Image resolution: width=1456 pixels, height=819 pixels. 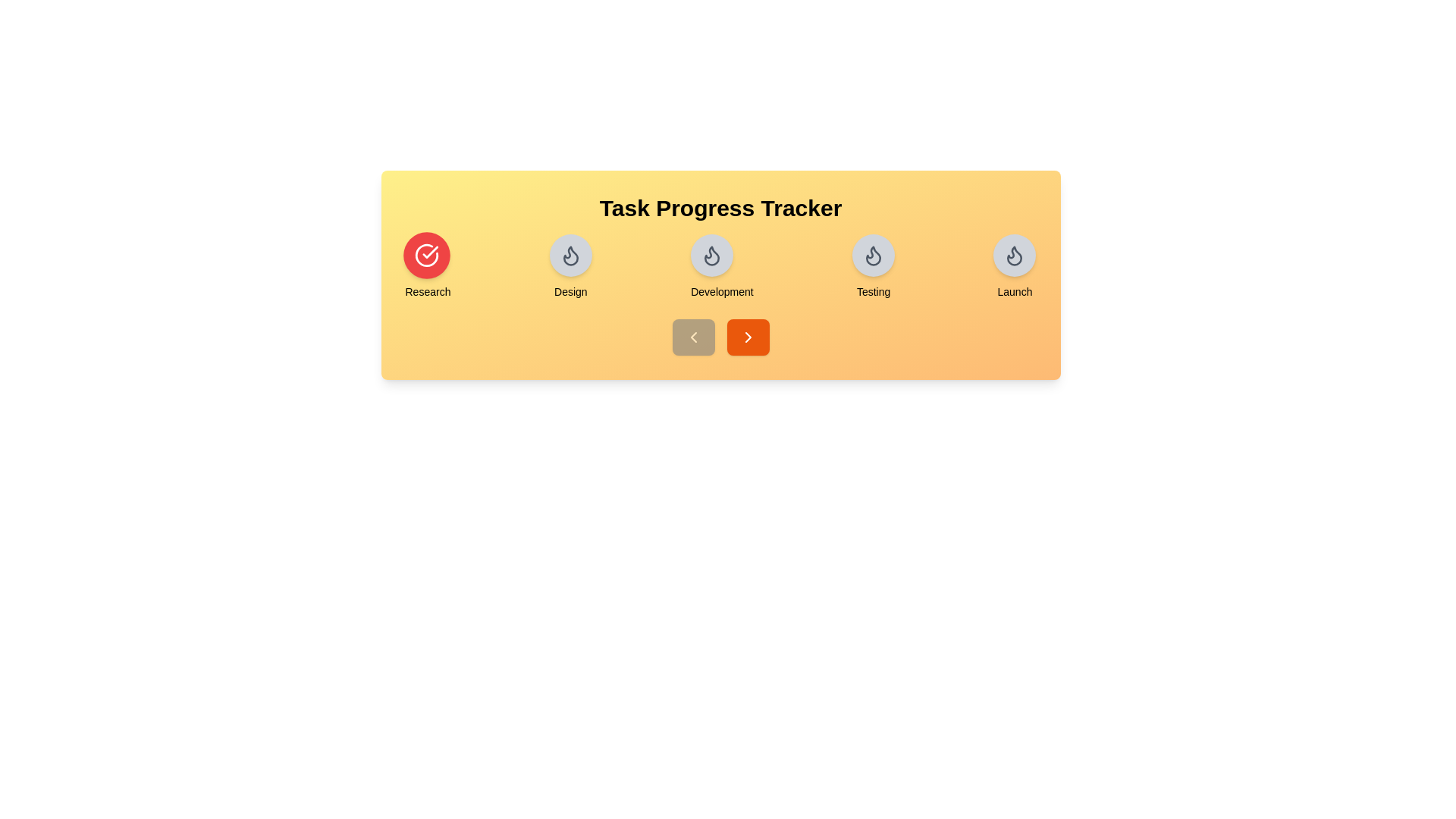 What do you see at coordinates (721, 267) in the screenshot?
I see `the 'Development' stage icon in the Task Progress Tracker` at bounding box center [721, 267].